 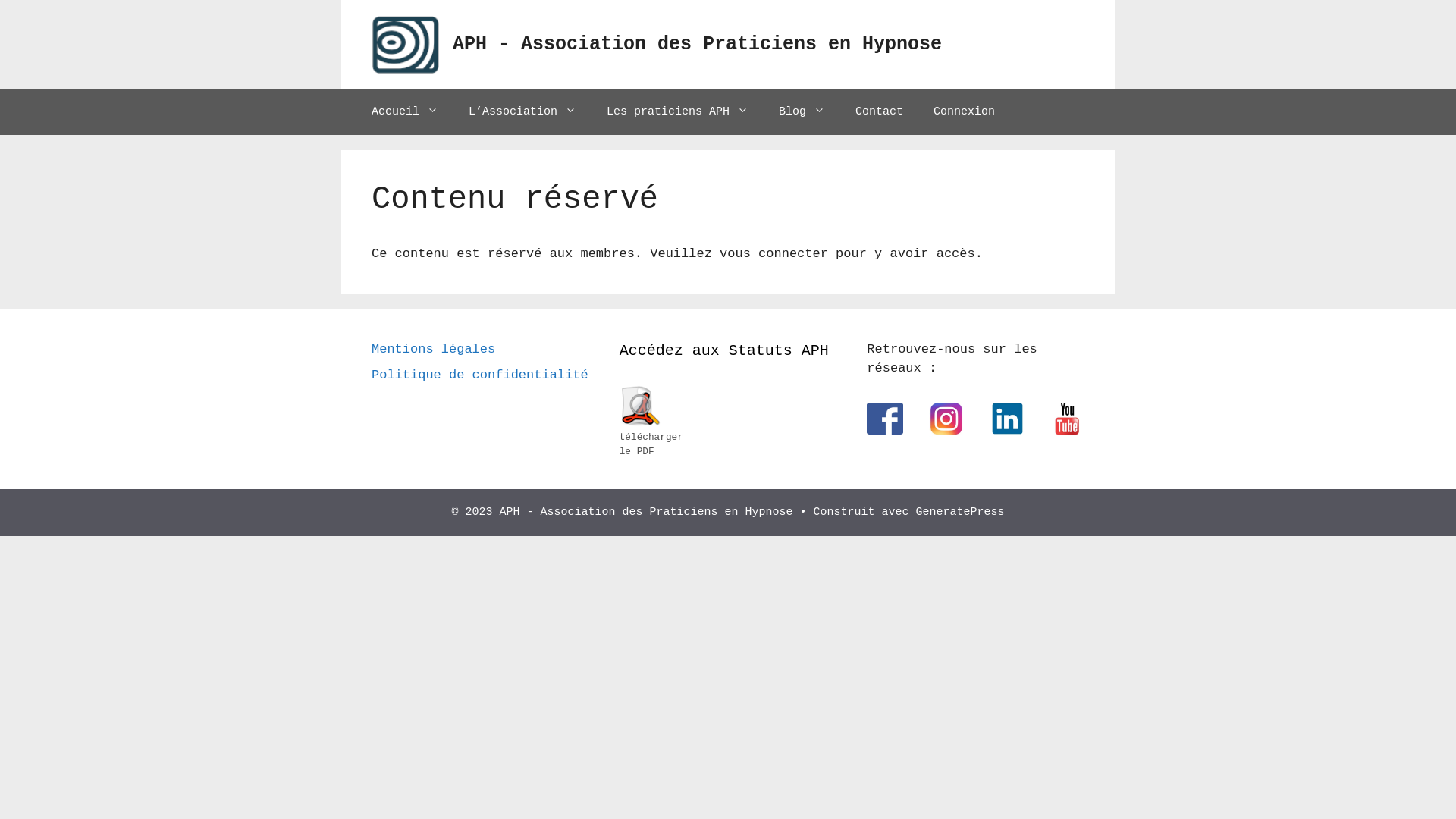 What do you see at coordinates (764, 111) in the screenshot?
I see `'Blog'` at bounding box center [764, 111].